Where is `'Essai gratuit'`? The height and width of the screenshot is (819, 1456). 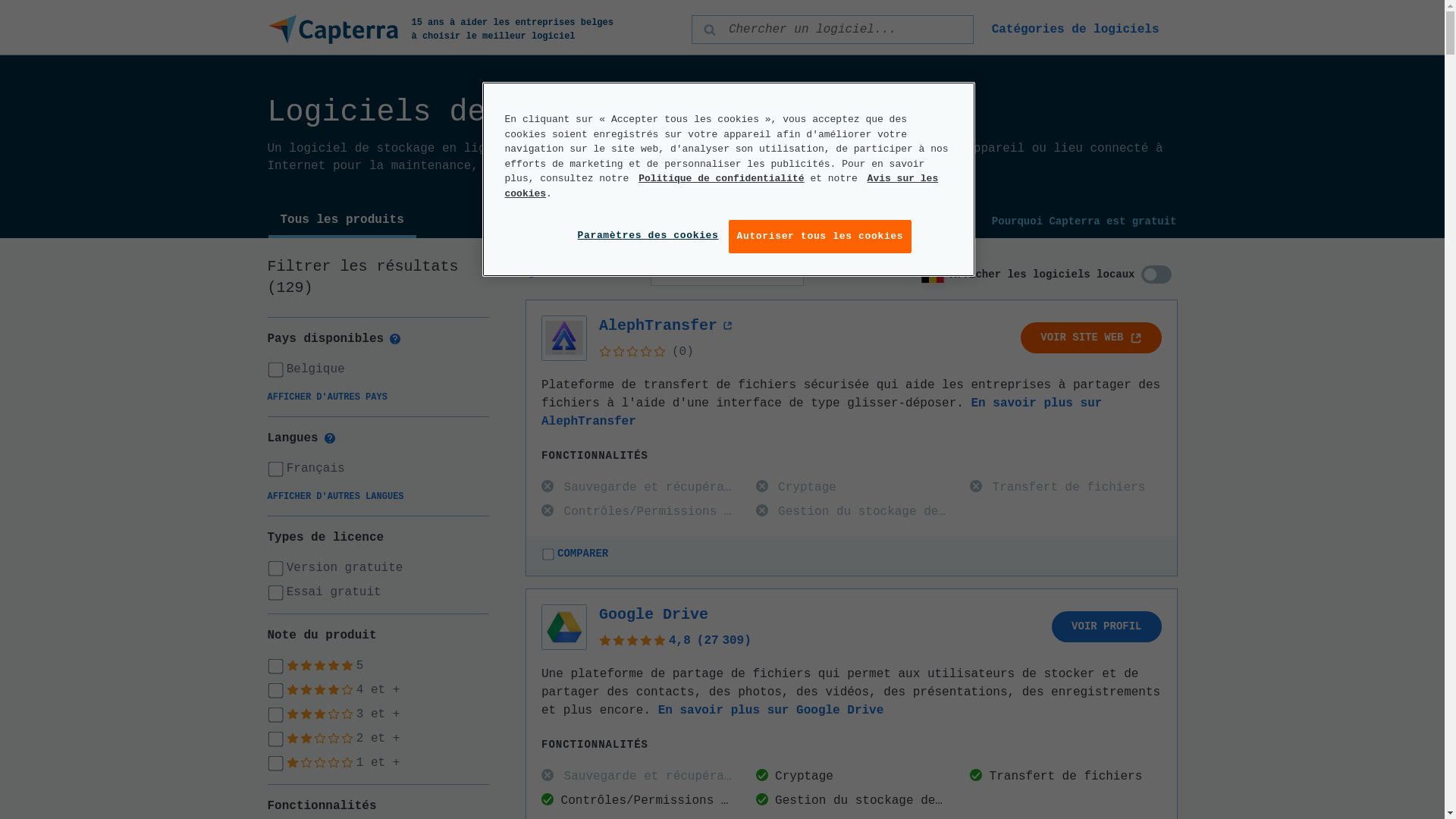
'Essai gratuit' is located at coordinates (378, 591).